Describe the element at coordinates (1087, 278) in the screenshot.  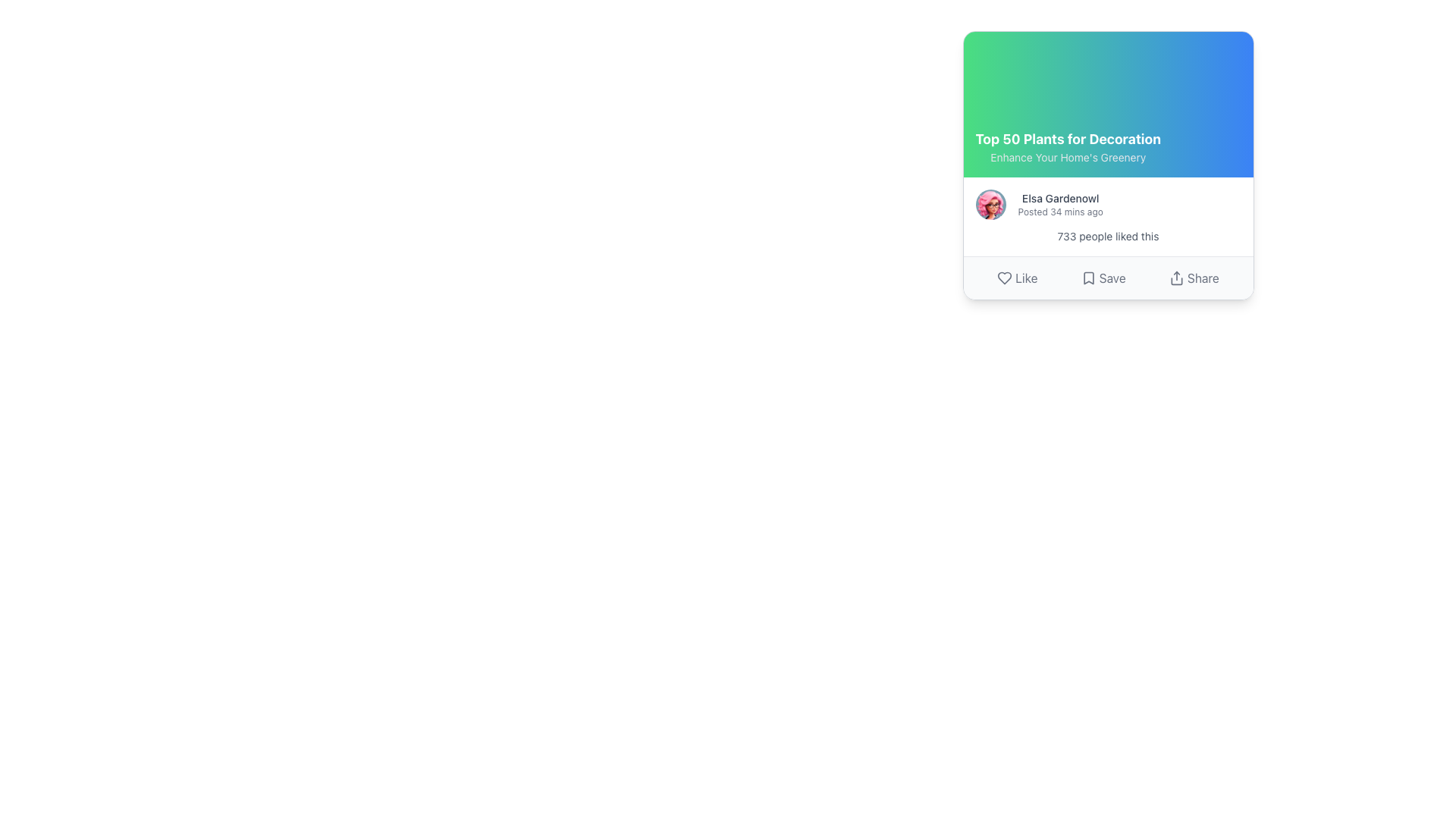
I see `the bookmark icon located between the 'Like' and 'Share' buttons in the user profile section` at that location.